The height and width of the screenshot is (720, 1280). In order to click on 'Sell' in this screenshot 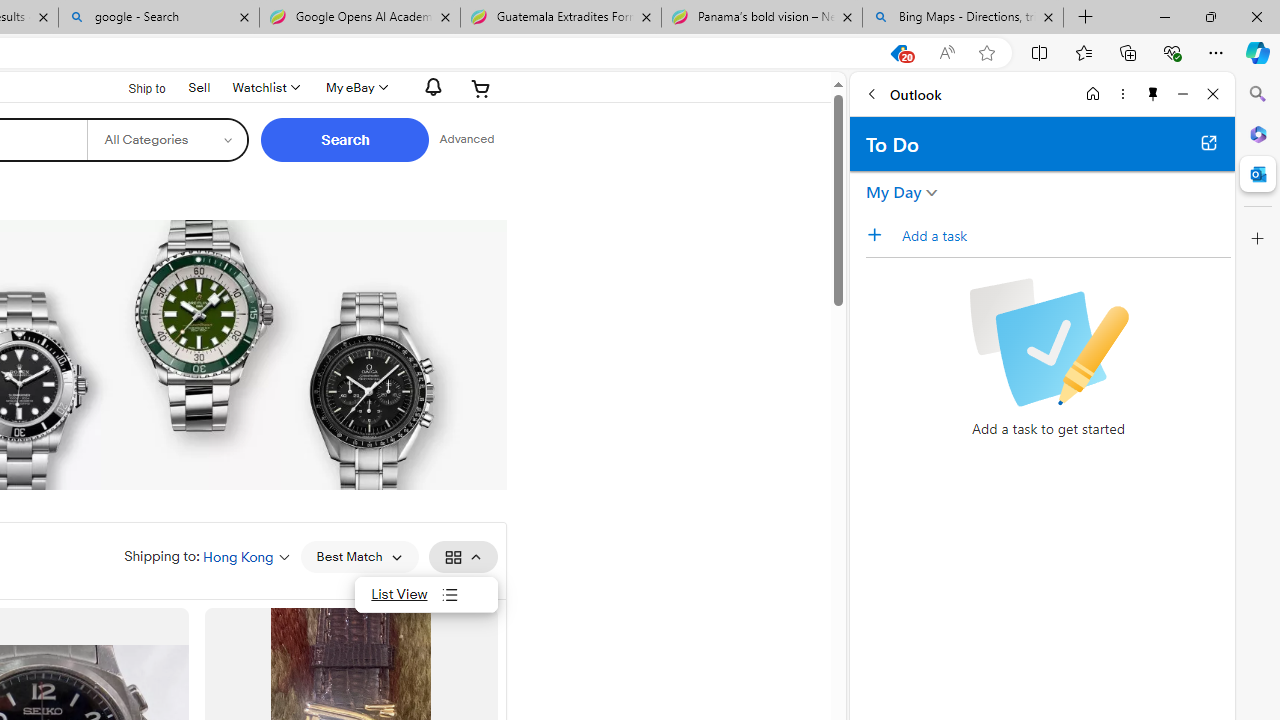, I will do `click(199, 86)`.